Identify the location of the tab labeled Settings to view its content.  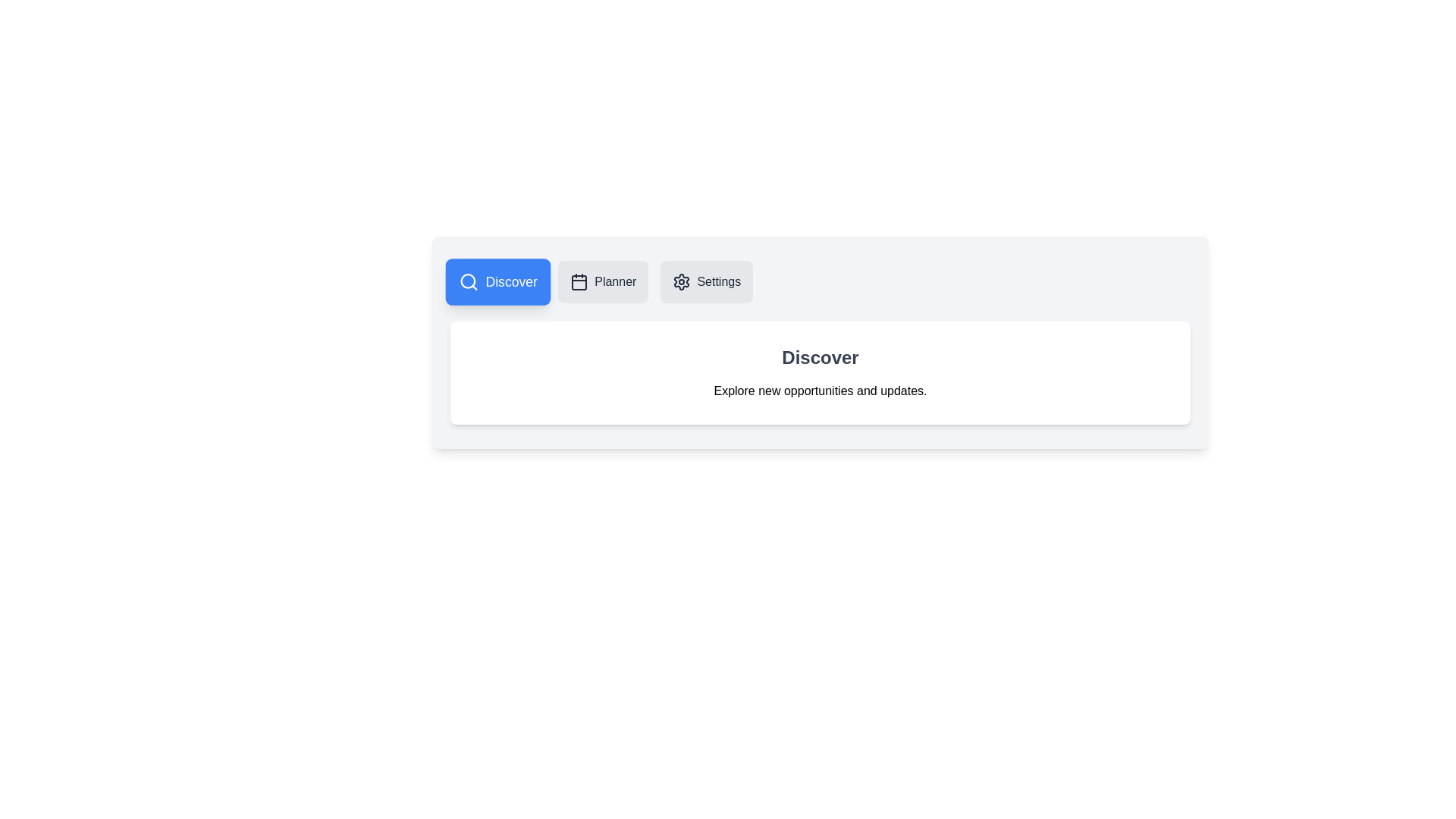
(706, 281).